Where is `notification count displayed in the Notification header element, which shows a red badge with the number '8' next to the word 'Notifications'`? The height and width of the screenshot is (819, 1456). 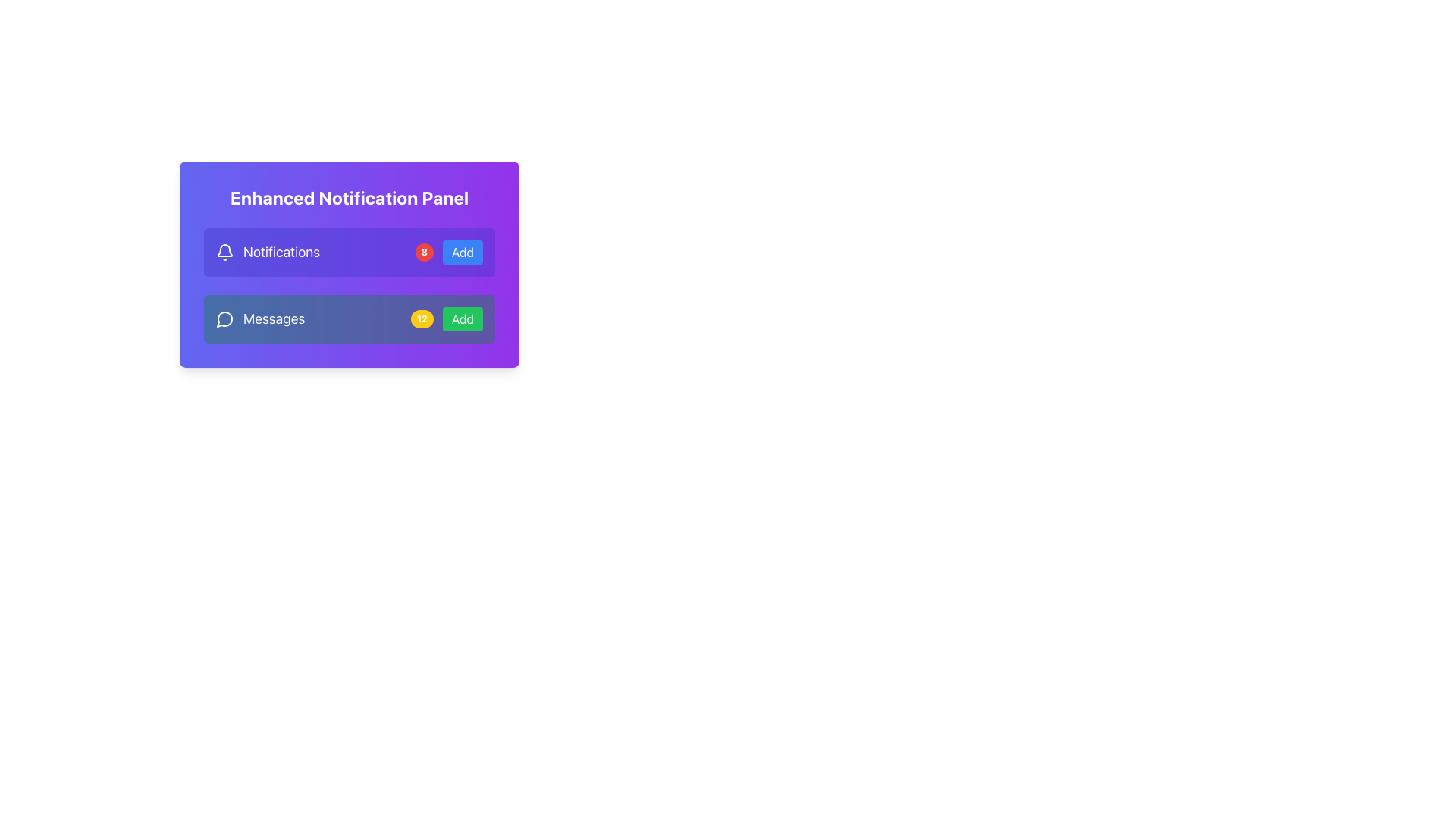 notification count displayed in the Notification header element, which shows a red badge with the number '8' next to the word 'Notifications' is located at coordinates (348, 251).